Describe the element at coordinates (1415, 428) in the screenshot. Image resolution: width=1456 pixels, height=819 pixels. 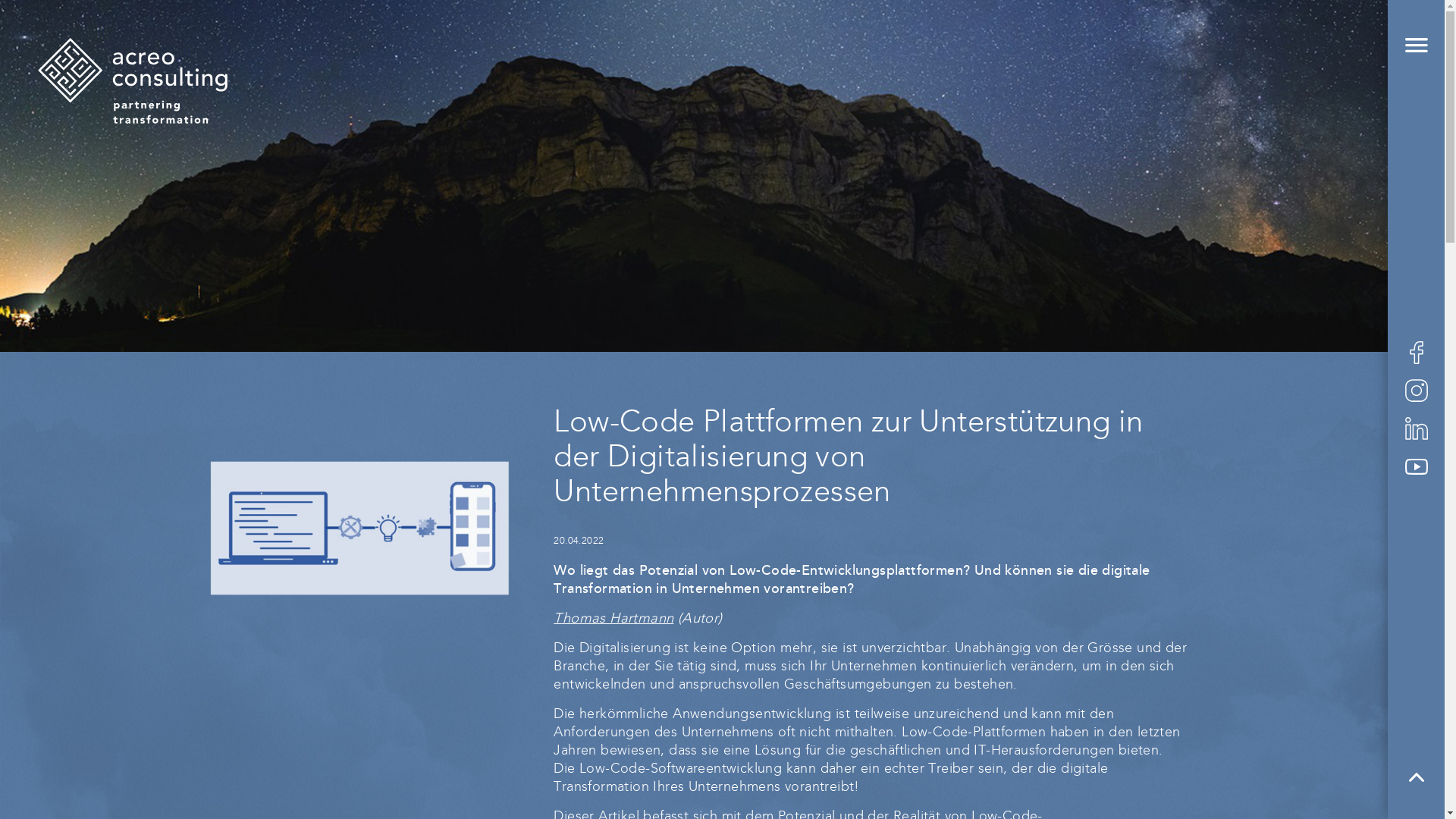
I see `'acreo consulting bei LinkedIn'` at that location.